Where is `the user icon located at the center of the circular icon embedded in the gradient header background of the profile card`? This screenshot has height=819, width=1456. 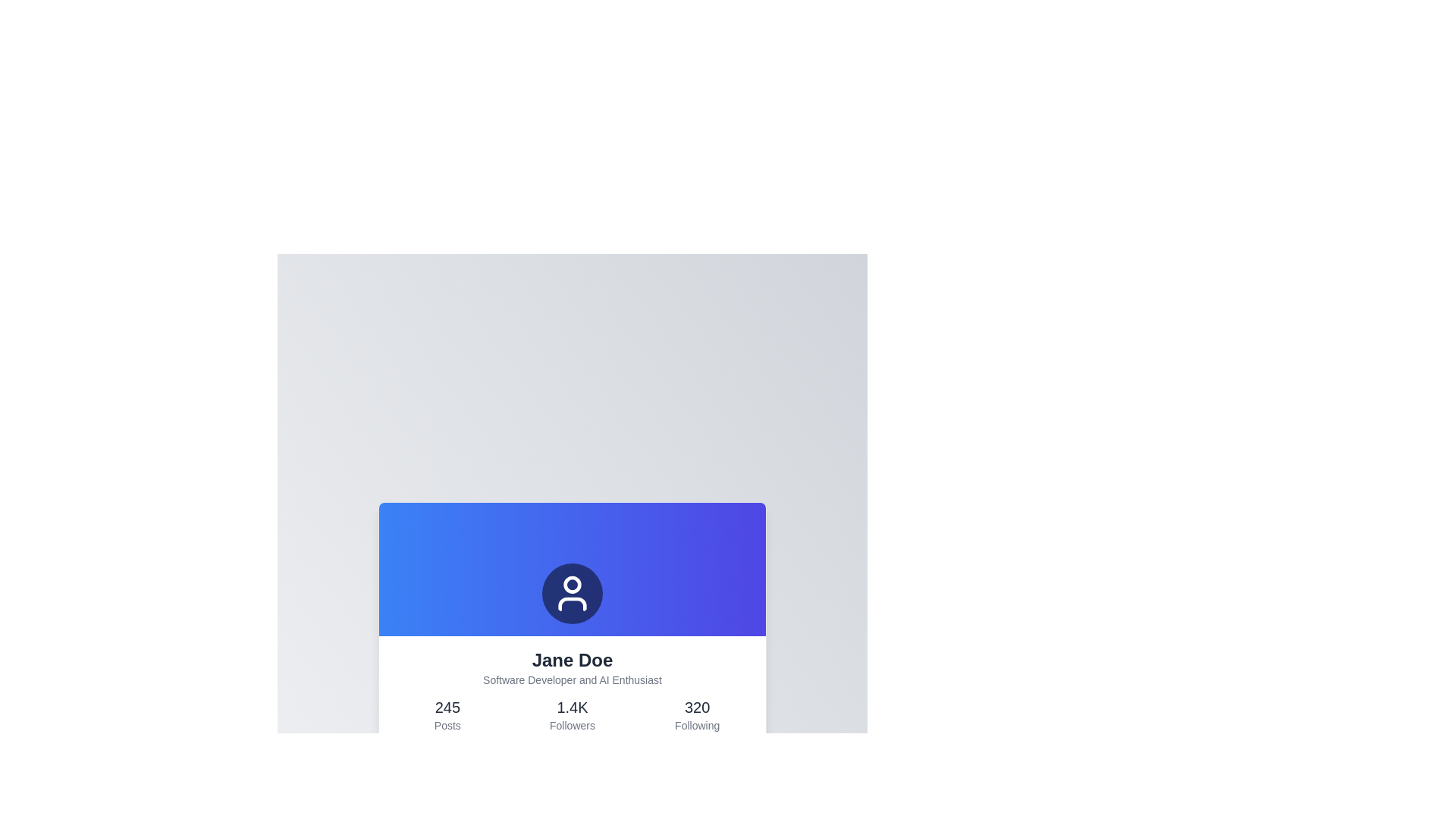
the user icon located at the center of the circular icon embedded in the gradient header background of the profile card is located at coordinates (571, 570).